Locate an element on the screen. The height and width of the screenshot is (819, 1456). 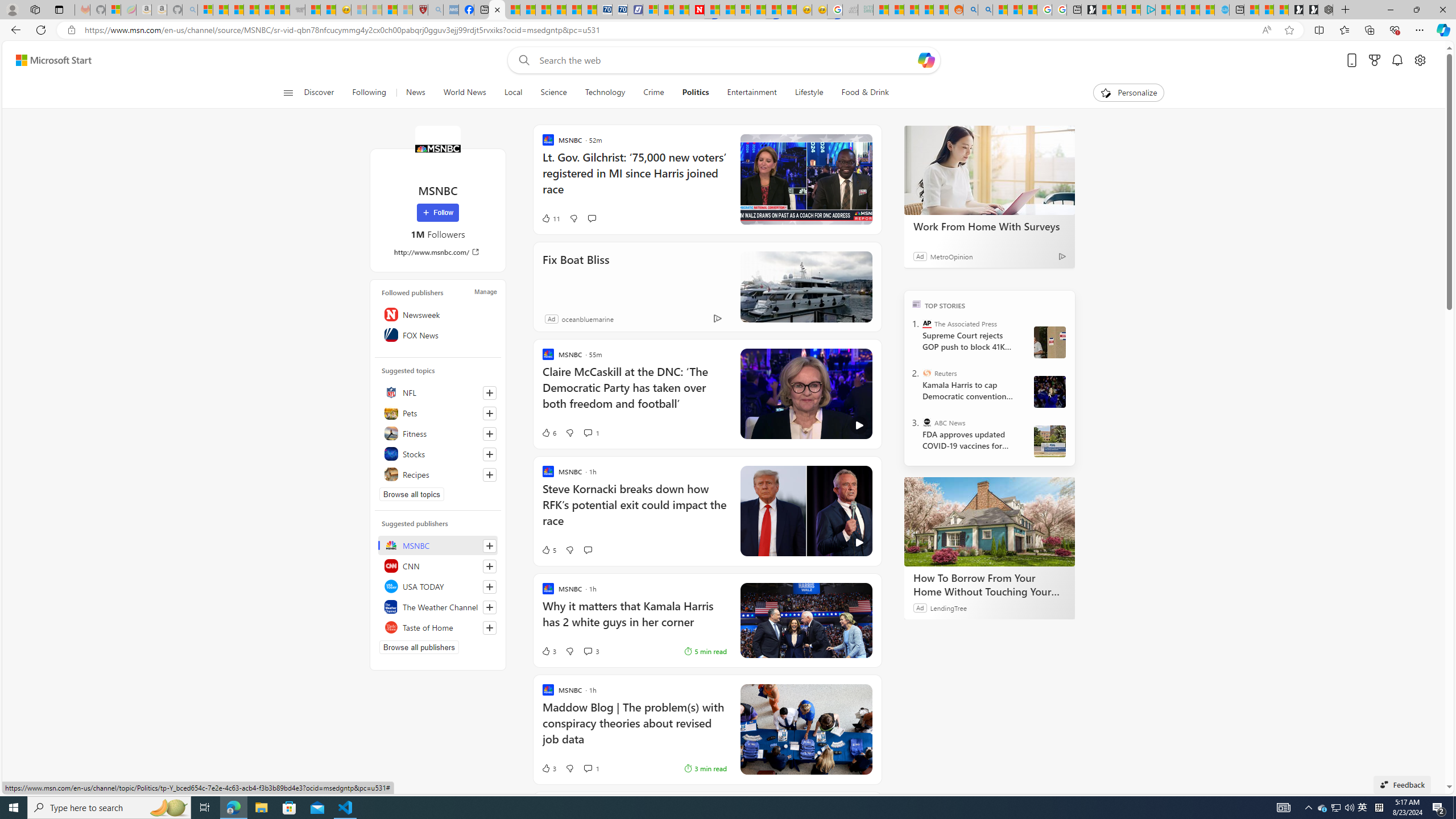
'Stocks - MSN' is located at coordinates (281, 9).